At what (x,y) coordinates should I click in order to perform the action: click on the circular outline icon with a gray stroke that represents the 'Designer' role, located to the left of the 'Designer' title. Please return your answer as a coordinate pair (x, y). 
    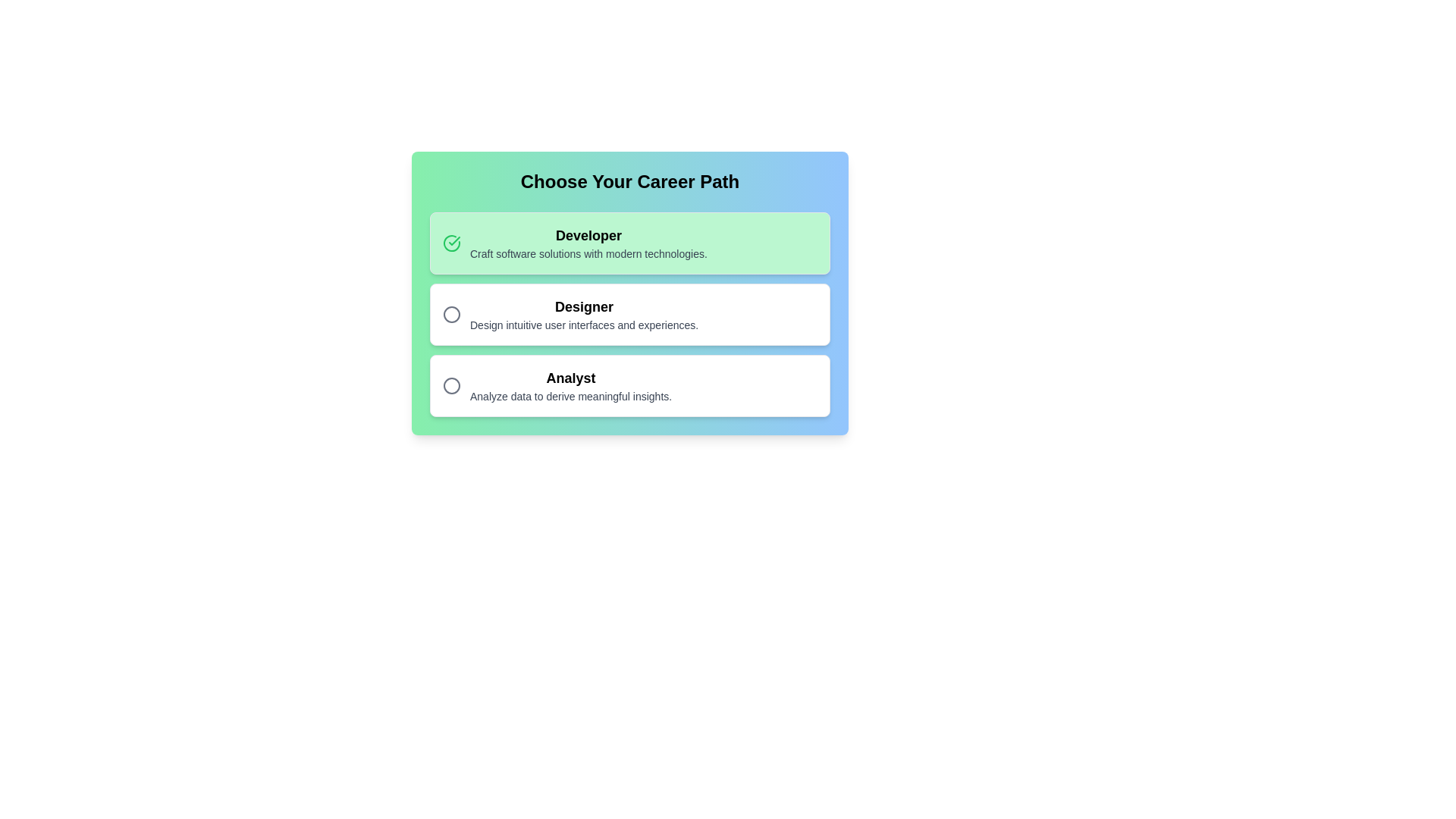
    Looking at the image, I should click on (450, 314).